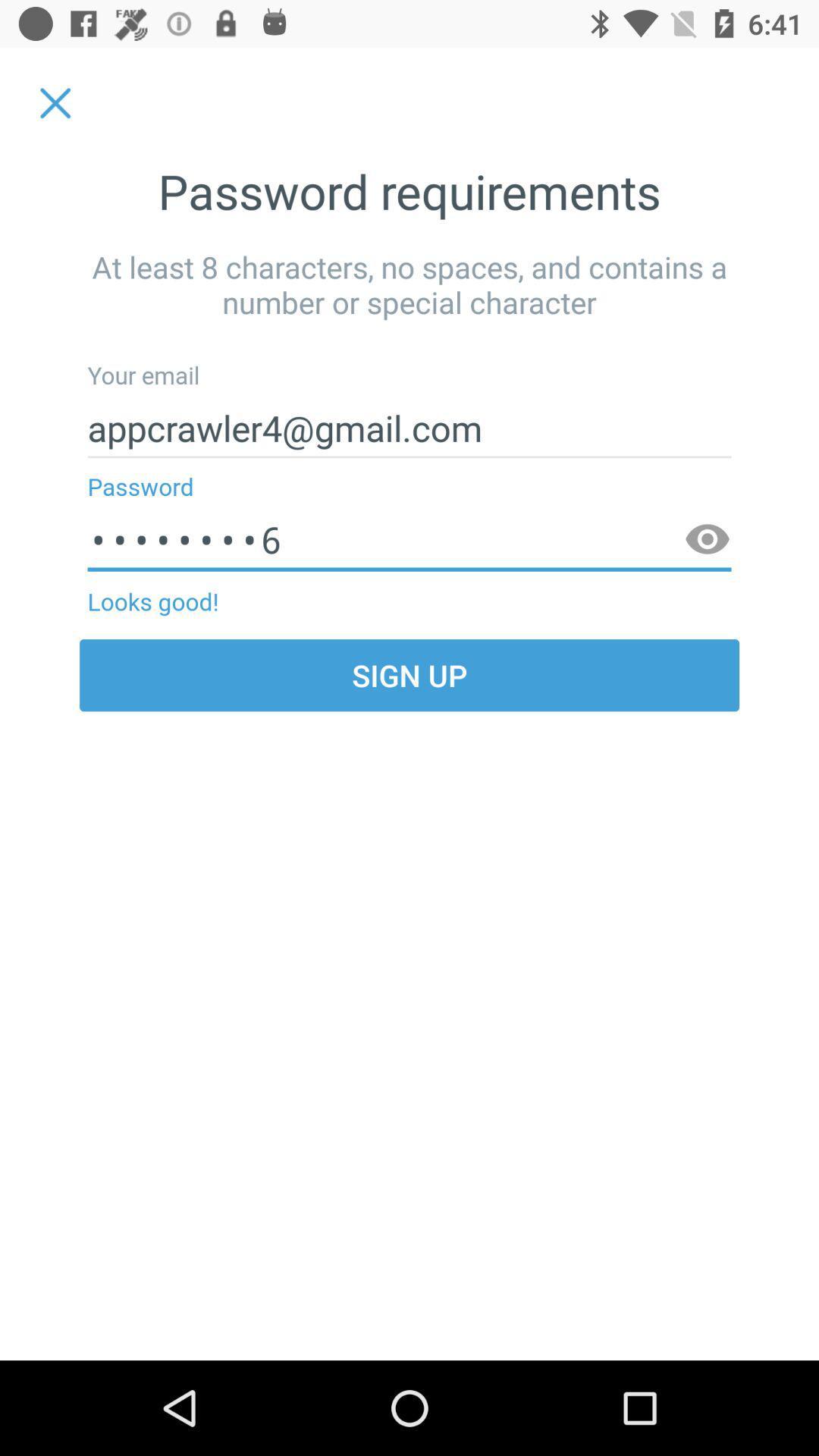  What do you see at coordinates (409, 540) in the screenshot?
I see `the crowd3116 icon` at bounding box center [409, 540].